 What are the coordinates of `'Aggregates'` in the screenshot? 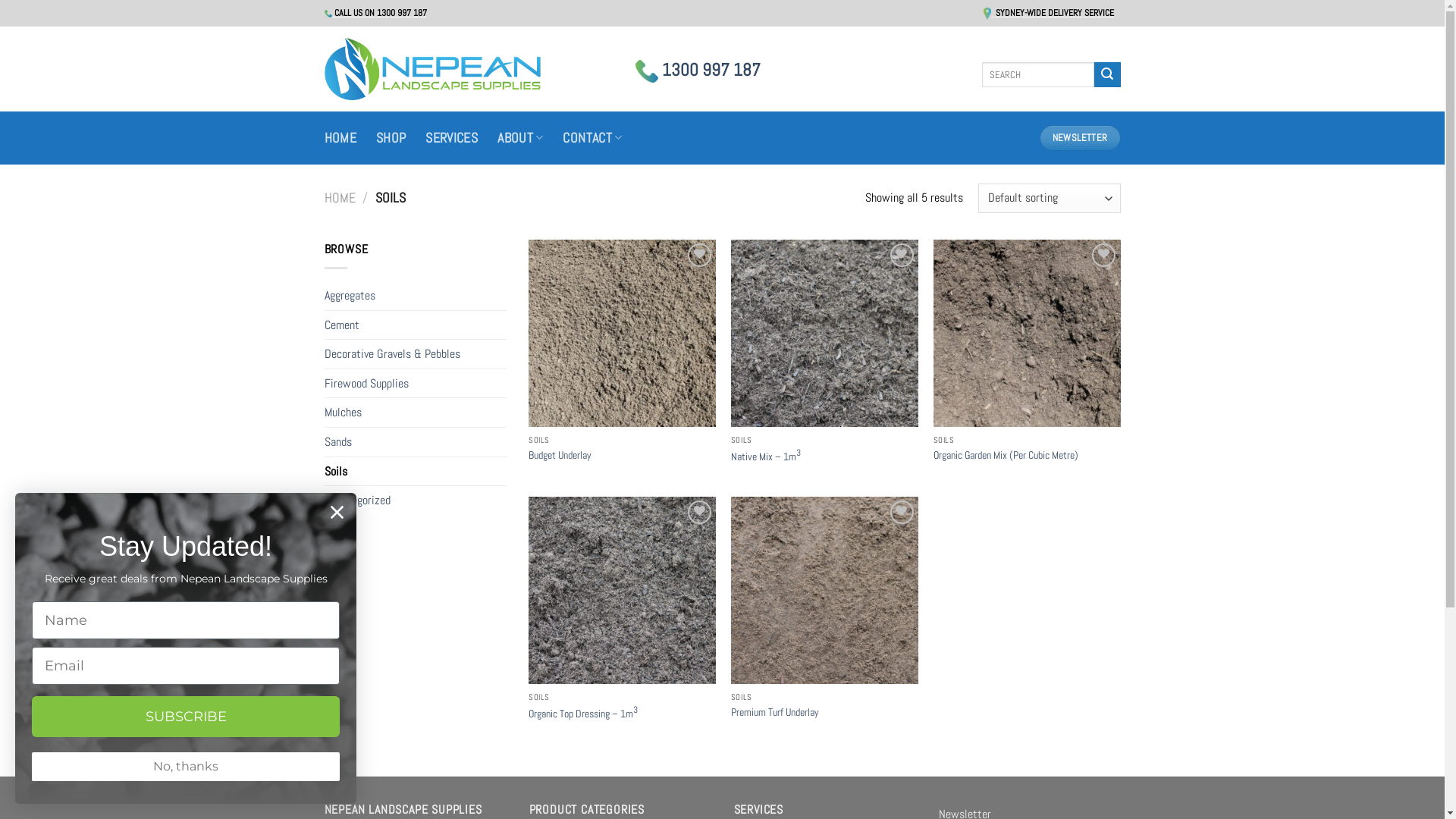 It's located at (415, 295).